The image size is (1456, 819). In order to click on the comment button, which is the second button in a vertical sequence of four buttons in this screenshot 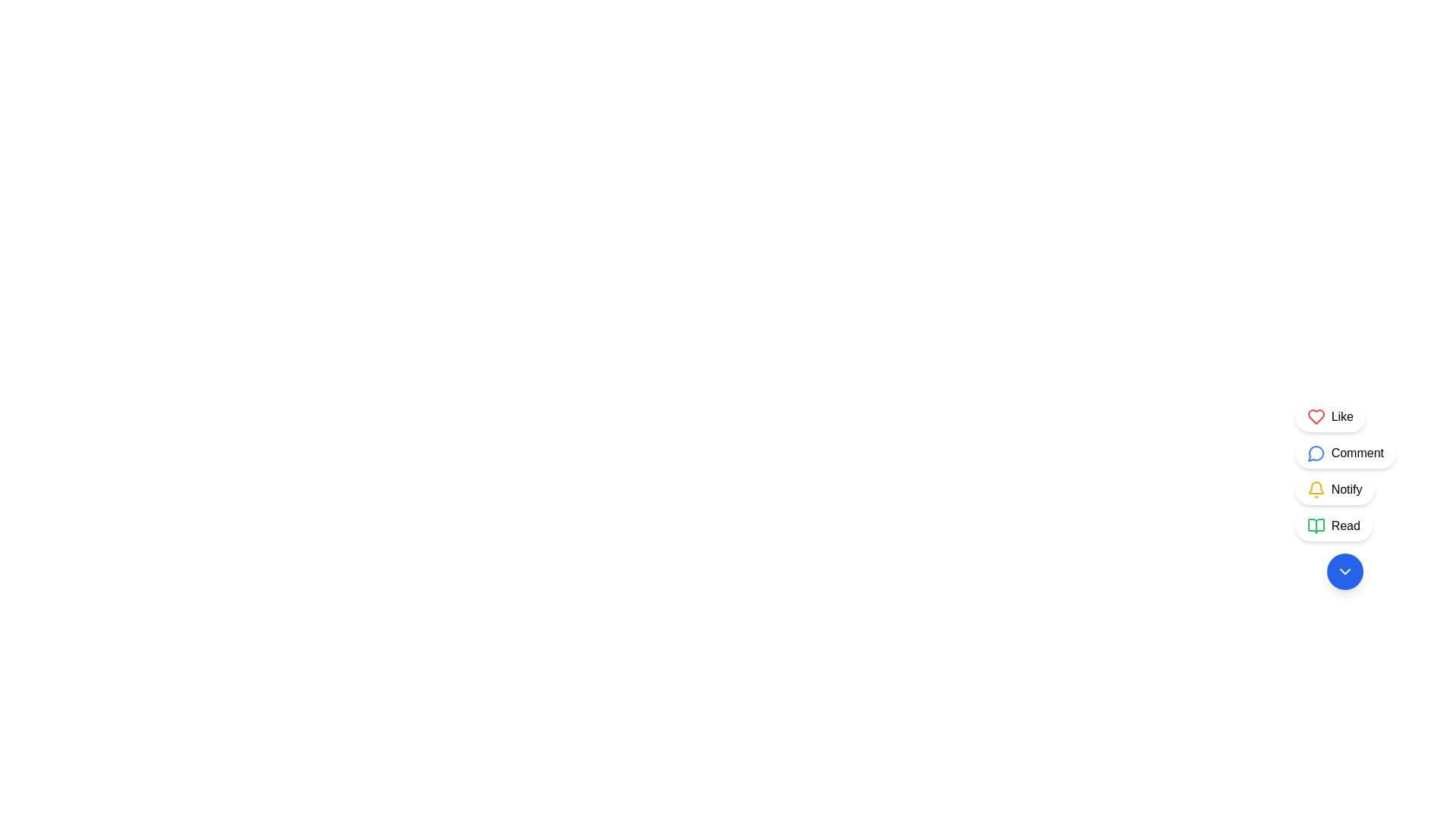, I will do `click(1345, 452)`.